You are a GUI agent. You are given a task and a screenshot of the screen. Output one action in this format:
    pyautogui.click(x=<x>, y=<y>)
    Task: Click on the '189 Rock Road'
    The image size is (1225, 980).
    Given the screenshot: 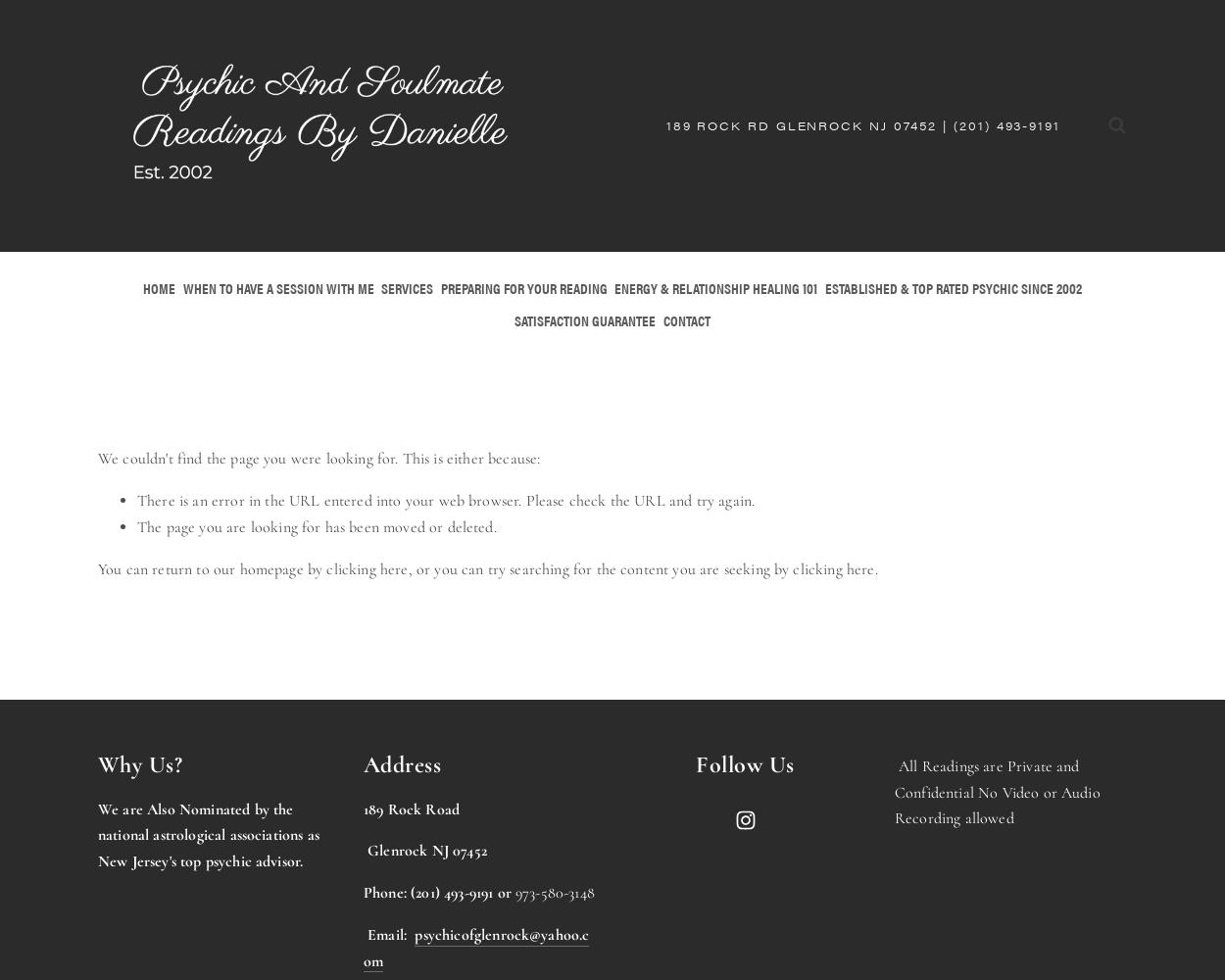 What is the action you would take?
    pyautogui.click(x=363, y=808)
    